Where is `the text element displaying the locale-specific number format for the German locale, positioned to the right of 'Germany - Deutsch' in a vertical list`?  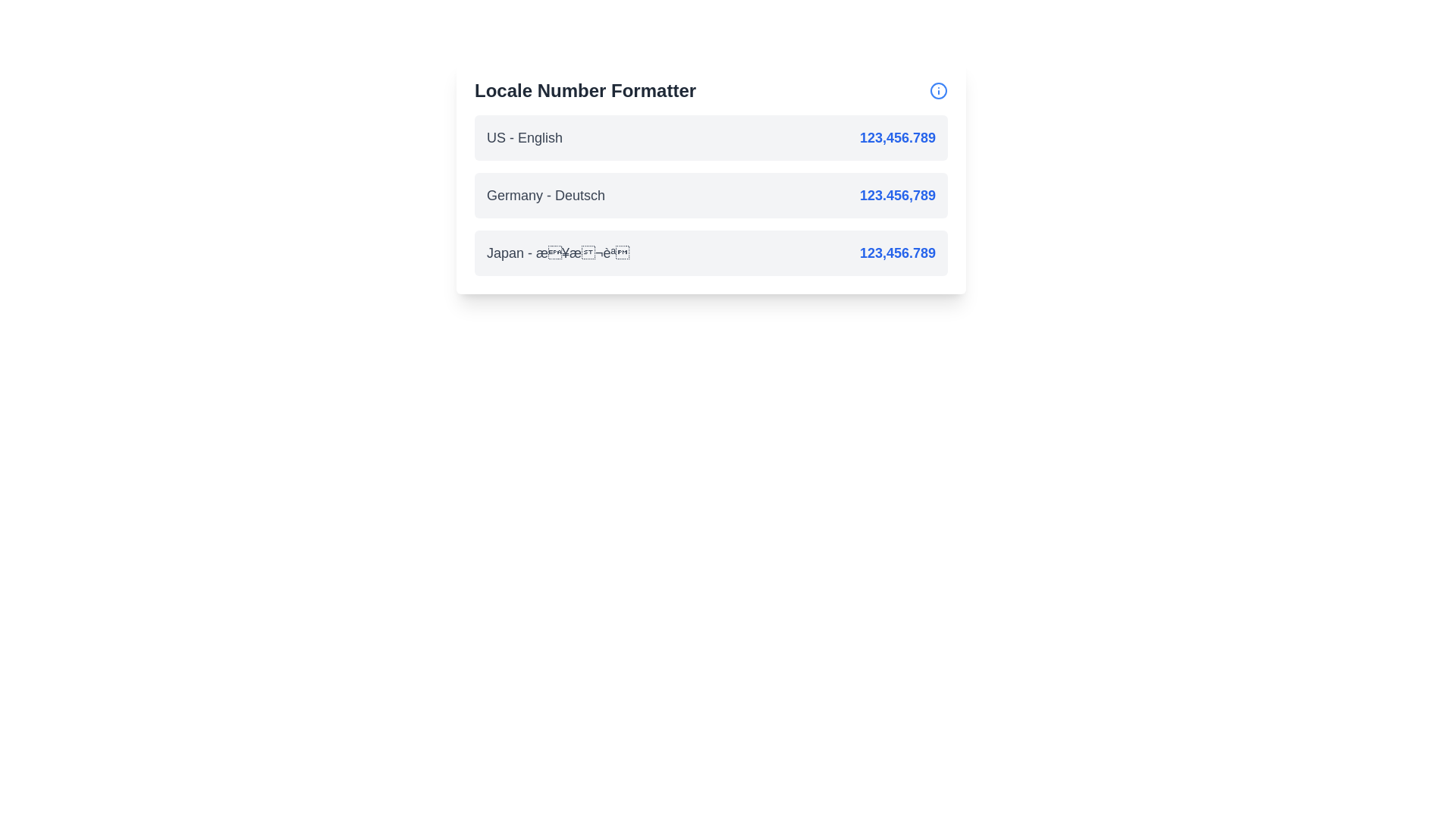 the text element displaying the locale-specific number format for the German locale, positioned to the right of 'Germany - Deutsch' in a vertical list is located at coordinates (897, 195).